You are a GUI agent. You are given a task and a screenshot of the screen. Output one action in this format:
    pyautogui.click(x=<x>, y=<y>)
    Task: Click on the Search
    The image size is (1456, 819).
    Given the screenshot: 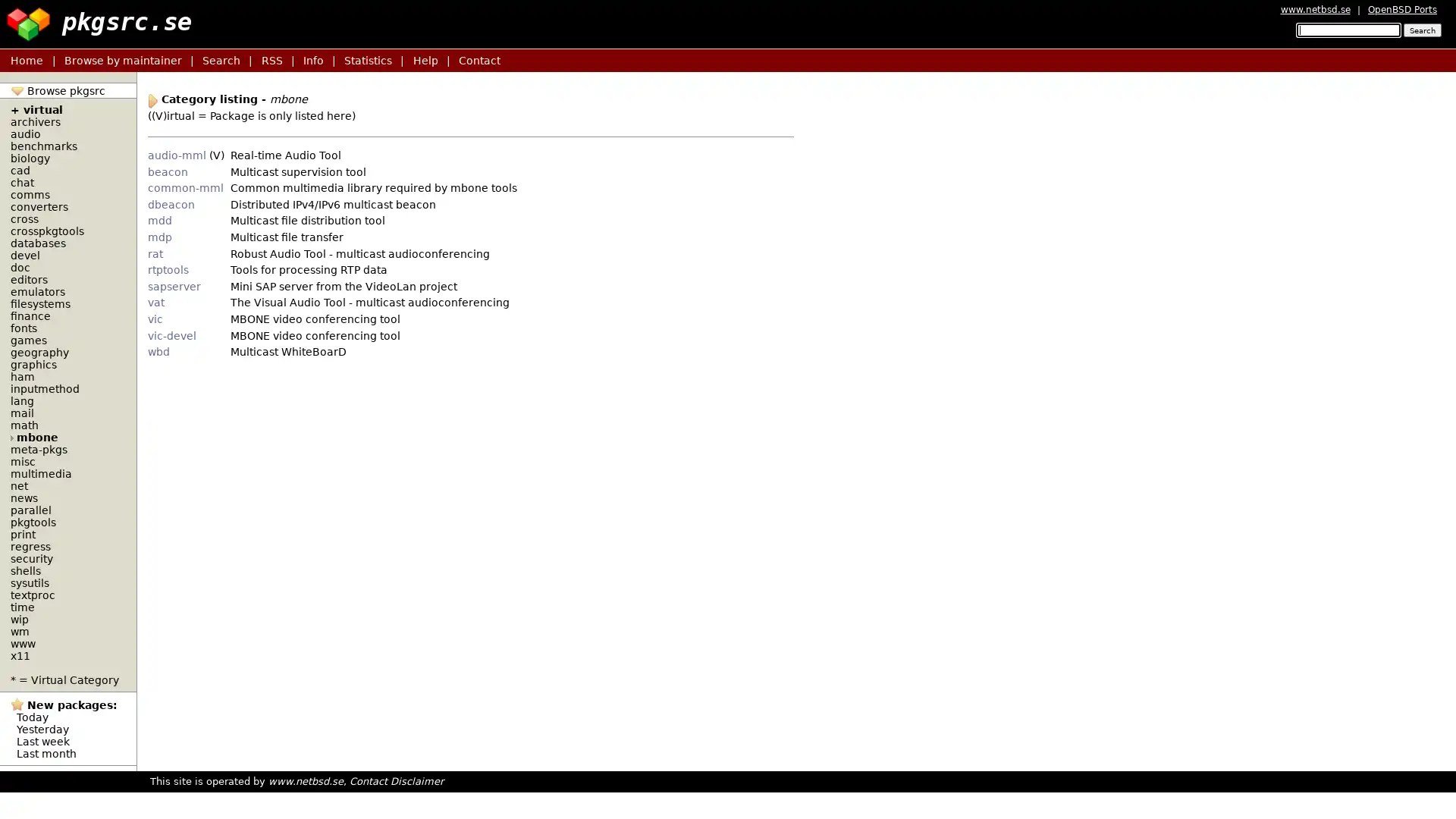 What is the action you would take?
    pyautogui.click(x=1421, y=30)
    